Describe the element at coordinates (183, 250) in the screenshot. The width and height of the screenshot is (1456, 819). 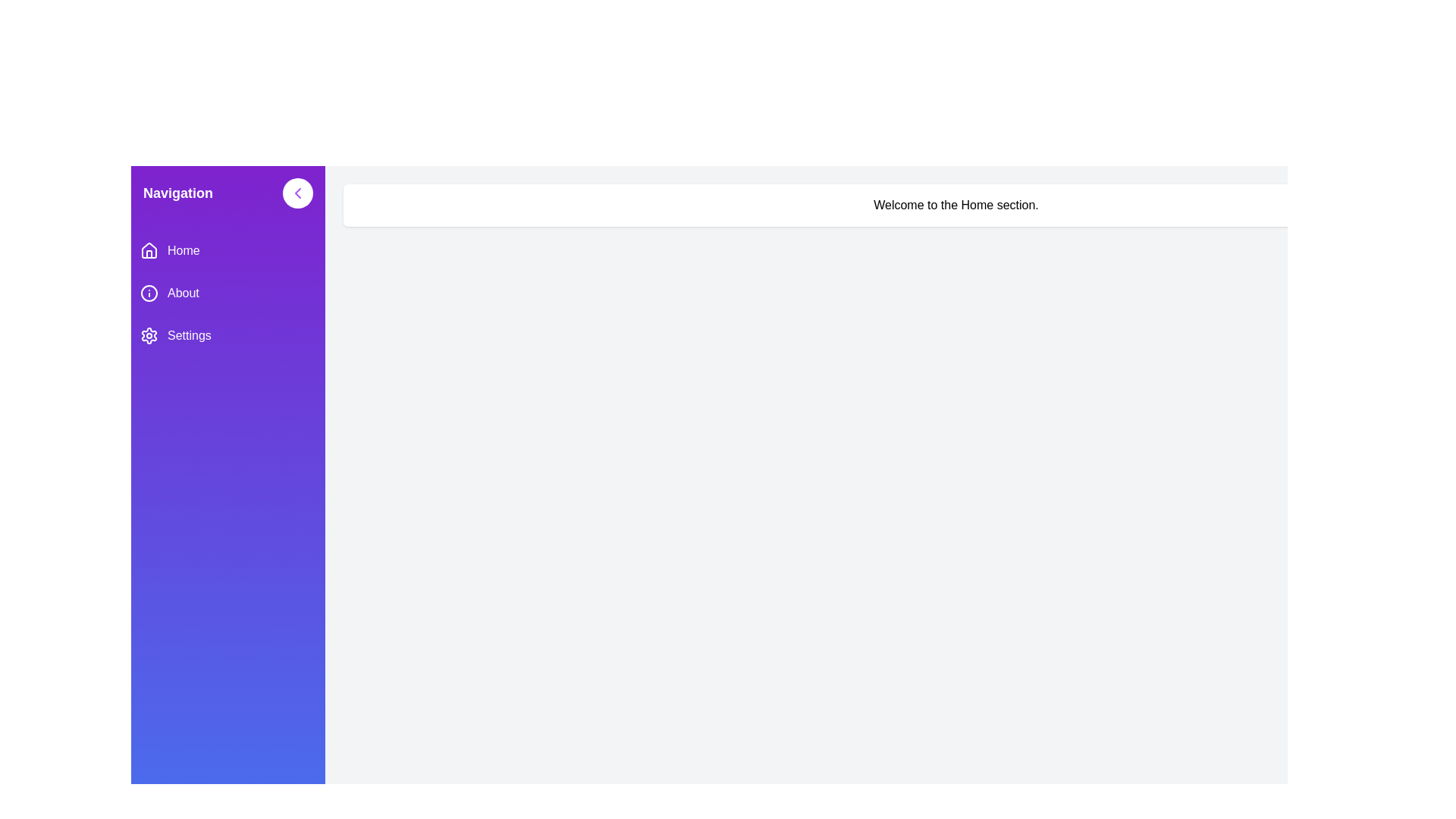
I see `the 'Home' navigation label, which is the first item in the sidebar list, located just below the house icon` at that location.